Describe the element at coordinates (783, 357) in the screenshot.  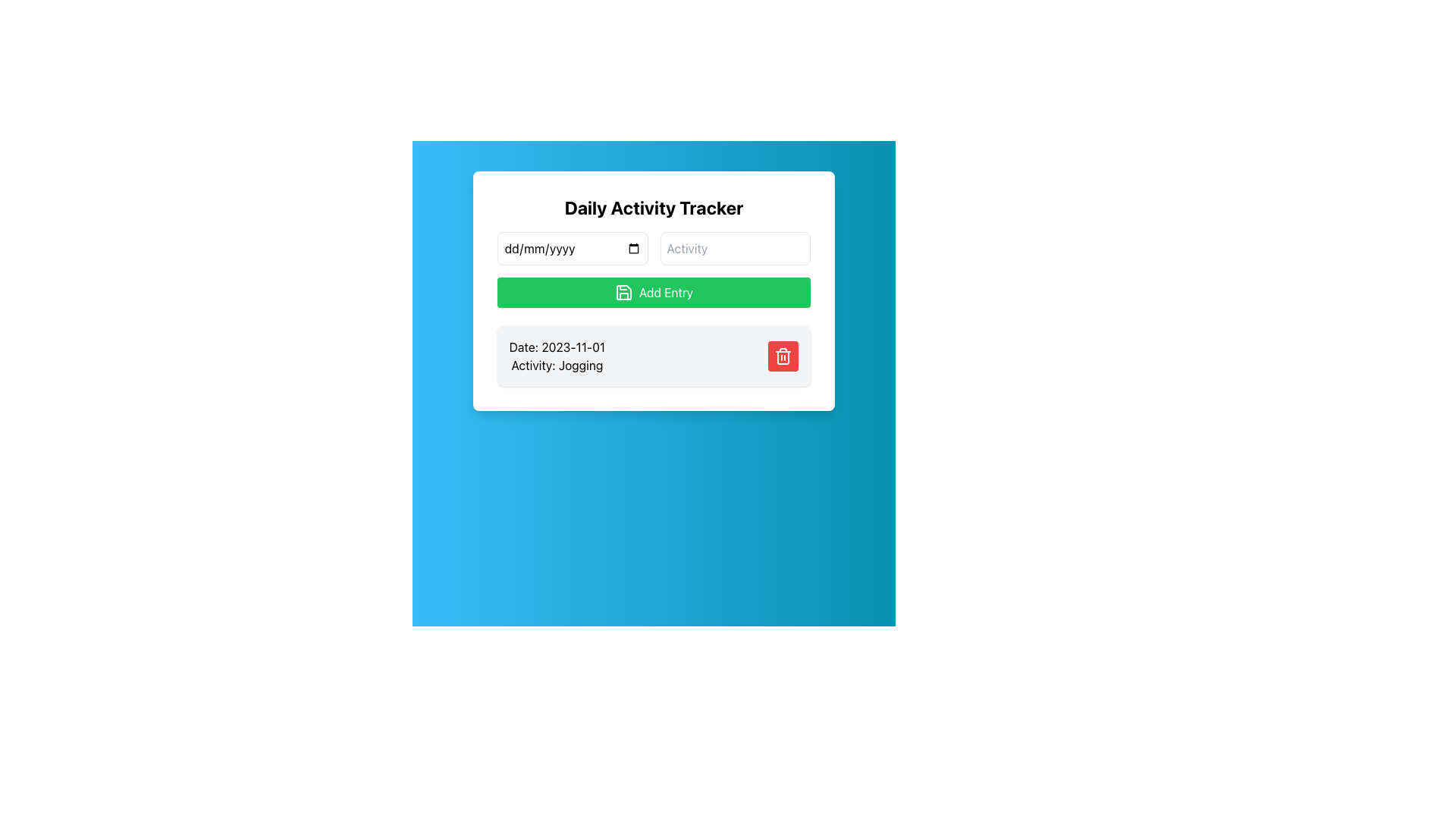
I see `the trash icon component of the delete button, which is used to remove the associated activity entry, located beneath the 'Add Entry' button` at that location.